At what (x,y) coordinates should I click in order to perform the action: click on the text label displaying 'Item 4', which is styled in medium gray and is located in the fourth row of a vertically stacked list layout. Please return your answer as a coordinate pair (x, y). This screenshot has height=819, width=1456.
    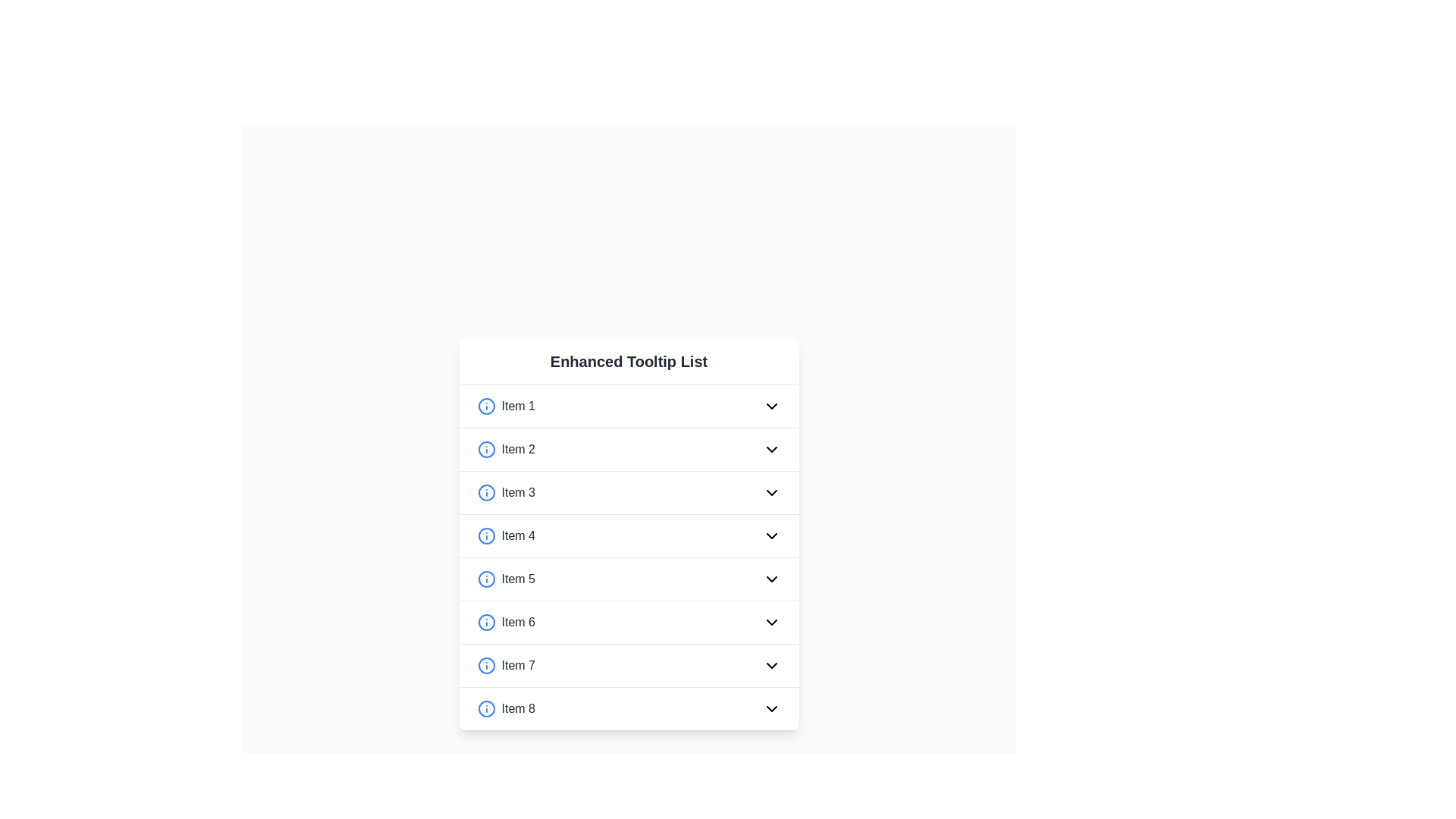
    Looking at the image, I should click on (506, 535).